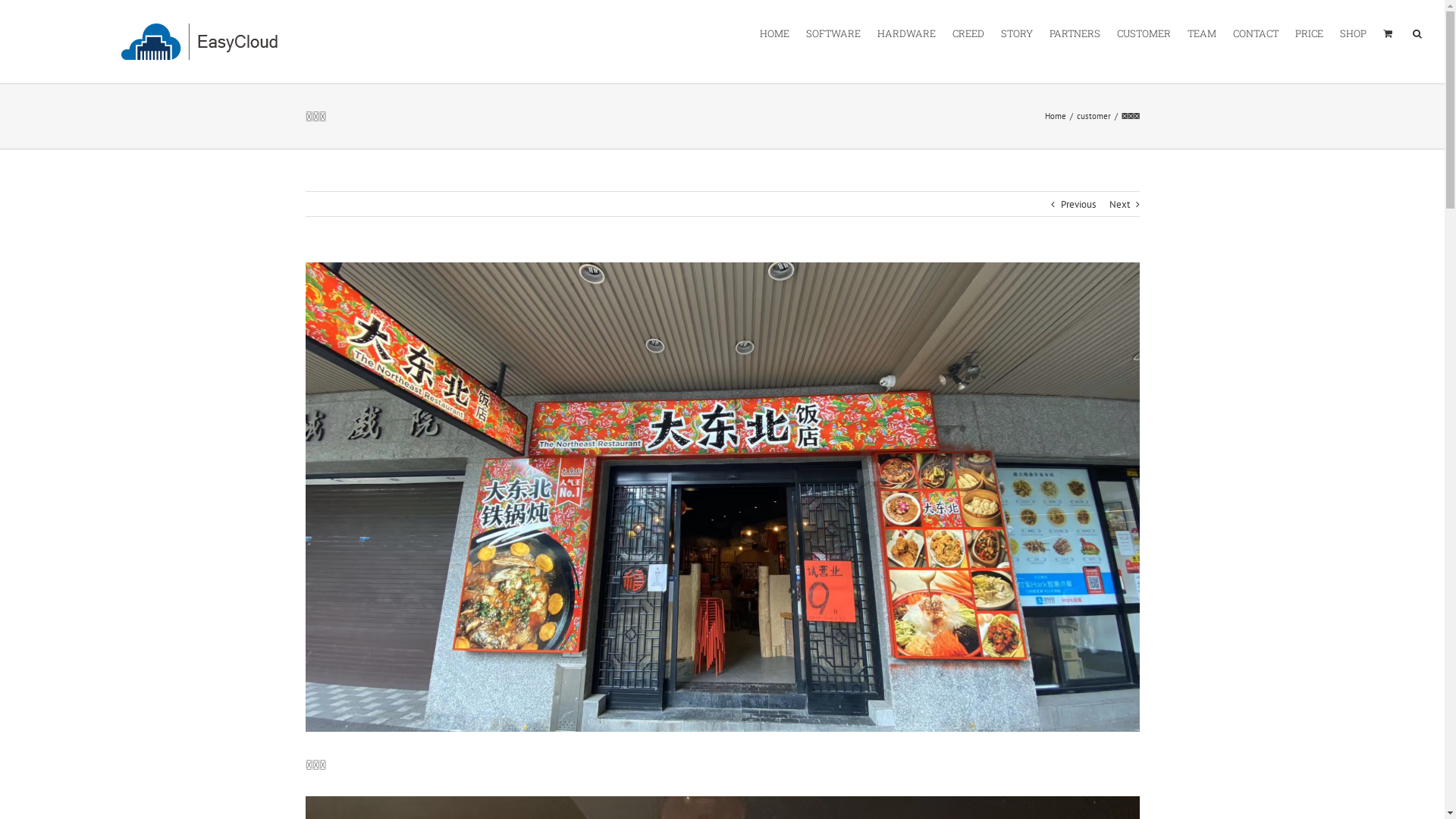 Image resolution: width=1456 pixels, height=819 pixels. I want to click on 'Previous', so click(1076, 205).